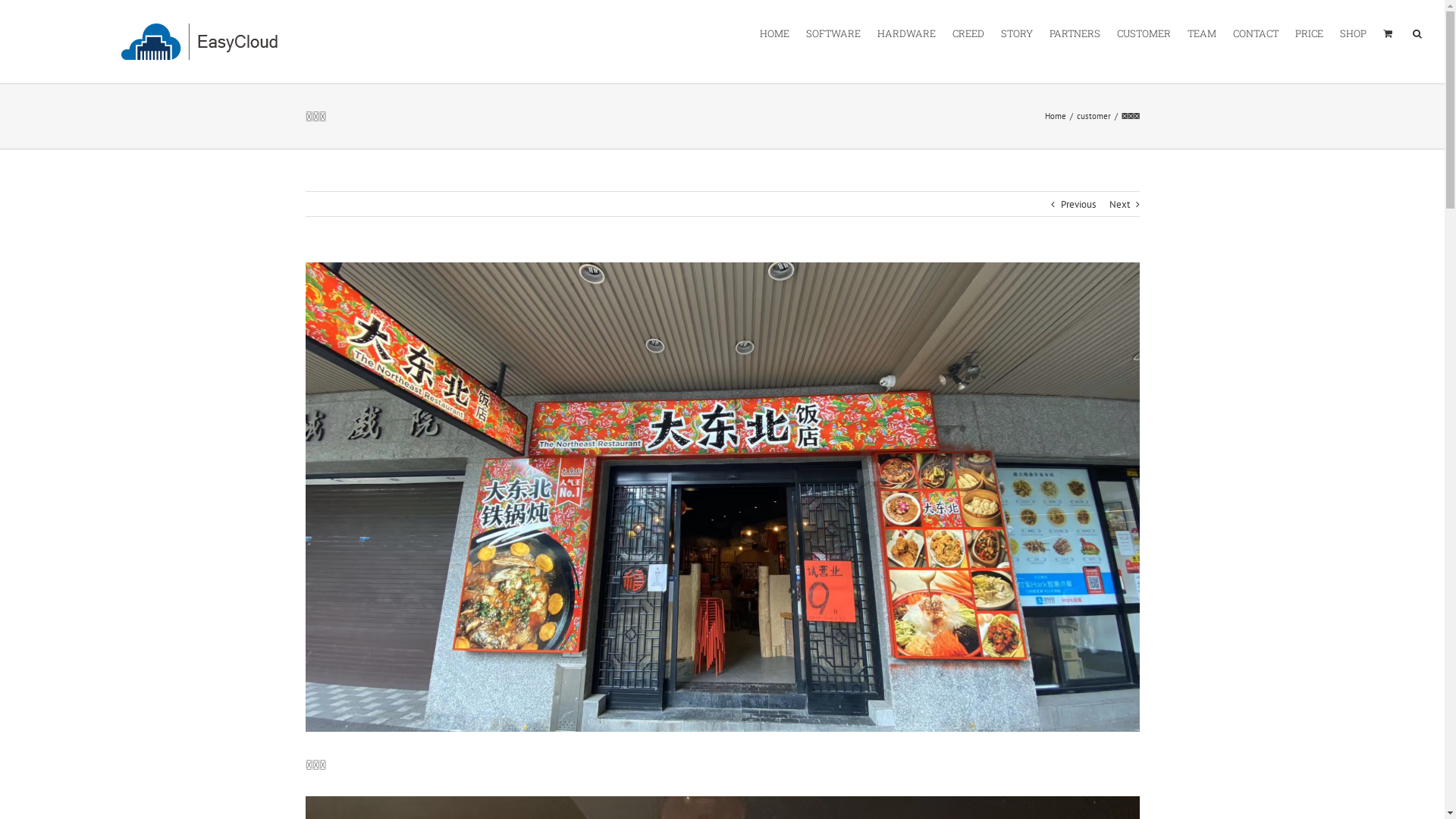 Image resolution: width=1456 pixels, height=819 pixels. I want to click on 'Previous', so click(1076, 205).